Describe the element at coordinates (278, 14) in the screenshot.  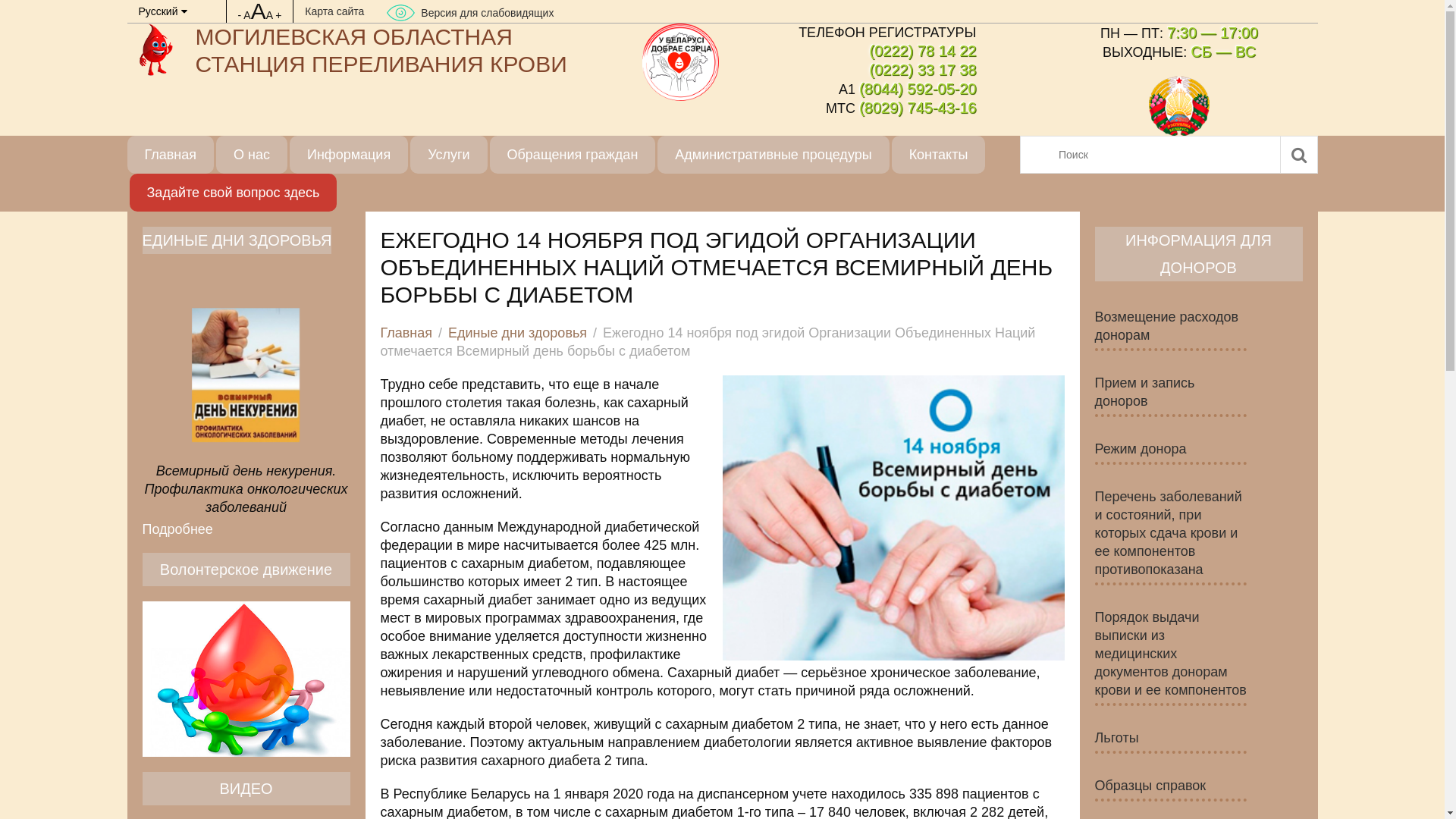
I see `'+'` at that location.